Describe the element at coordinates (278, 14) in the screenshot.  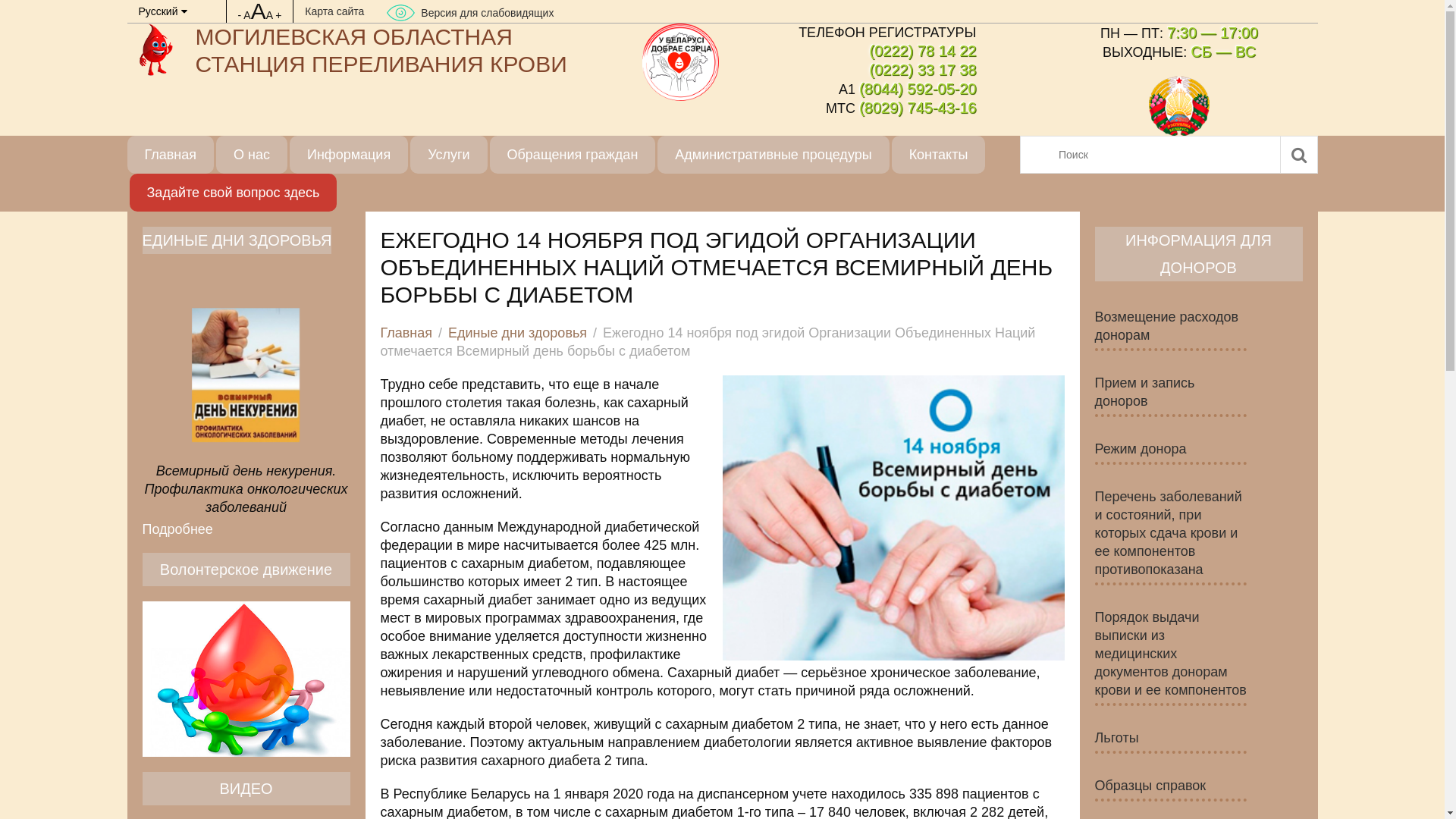
I see `'+'` at that location.